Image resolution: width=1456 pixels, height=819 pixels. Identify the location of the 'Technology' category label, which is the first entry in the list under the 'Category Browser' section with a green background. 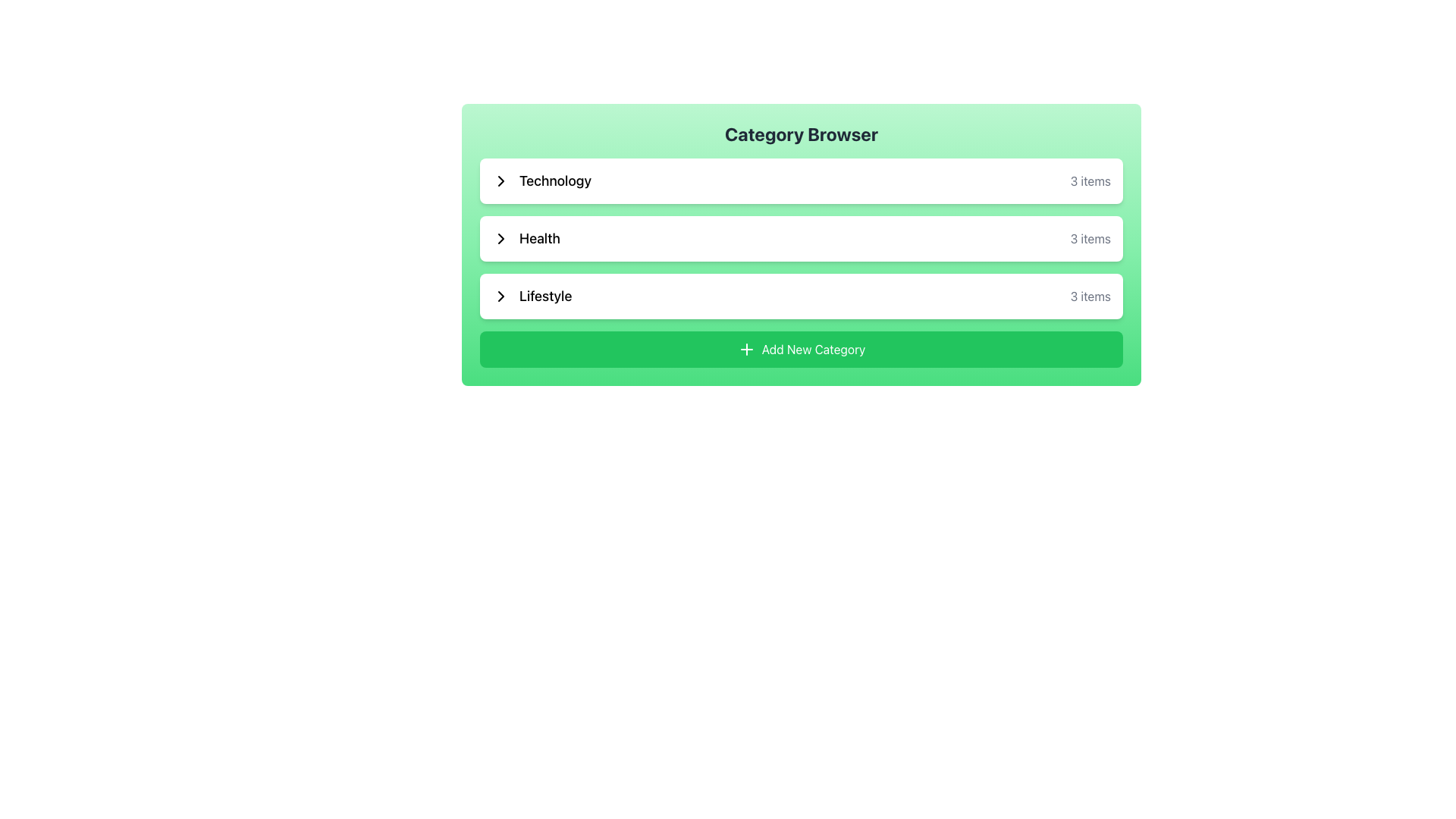
(541, 180).